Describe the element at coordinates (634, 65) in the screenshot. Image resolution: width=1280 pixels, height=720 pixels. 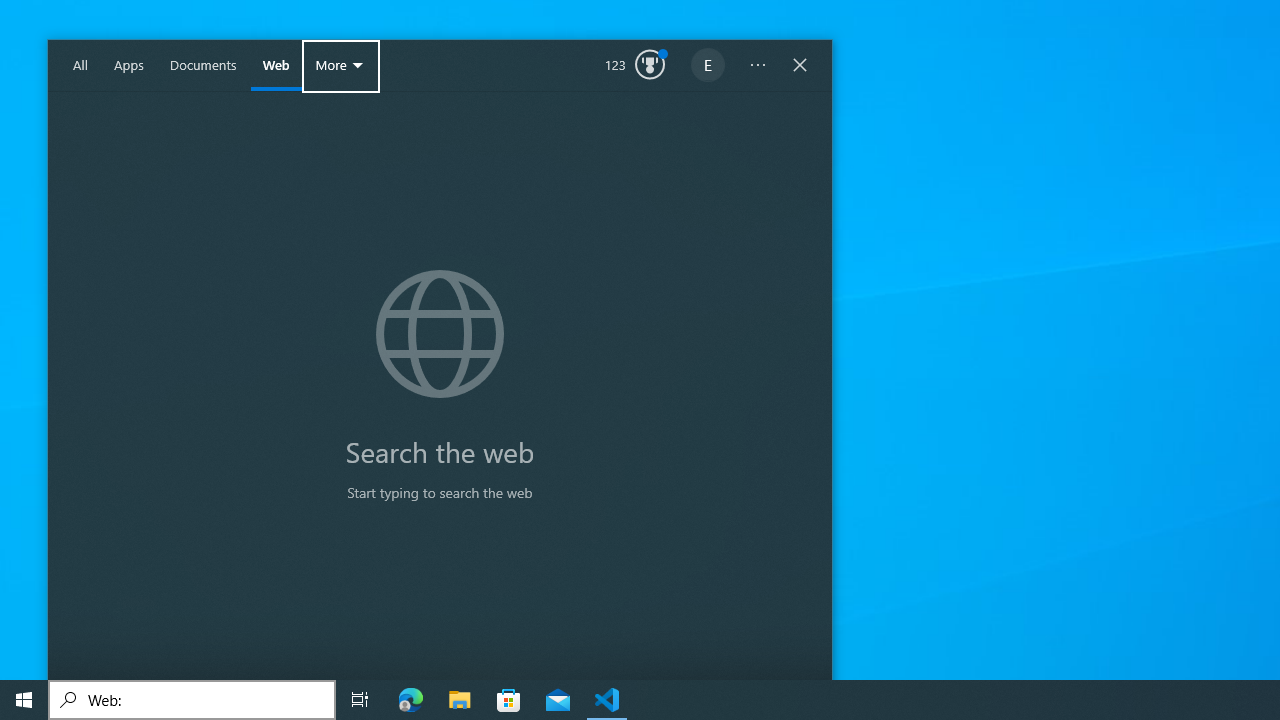
I see `'Microsoft Rewards balance: 123'` at that location.